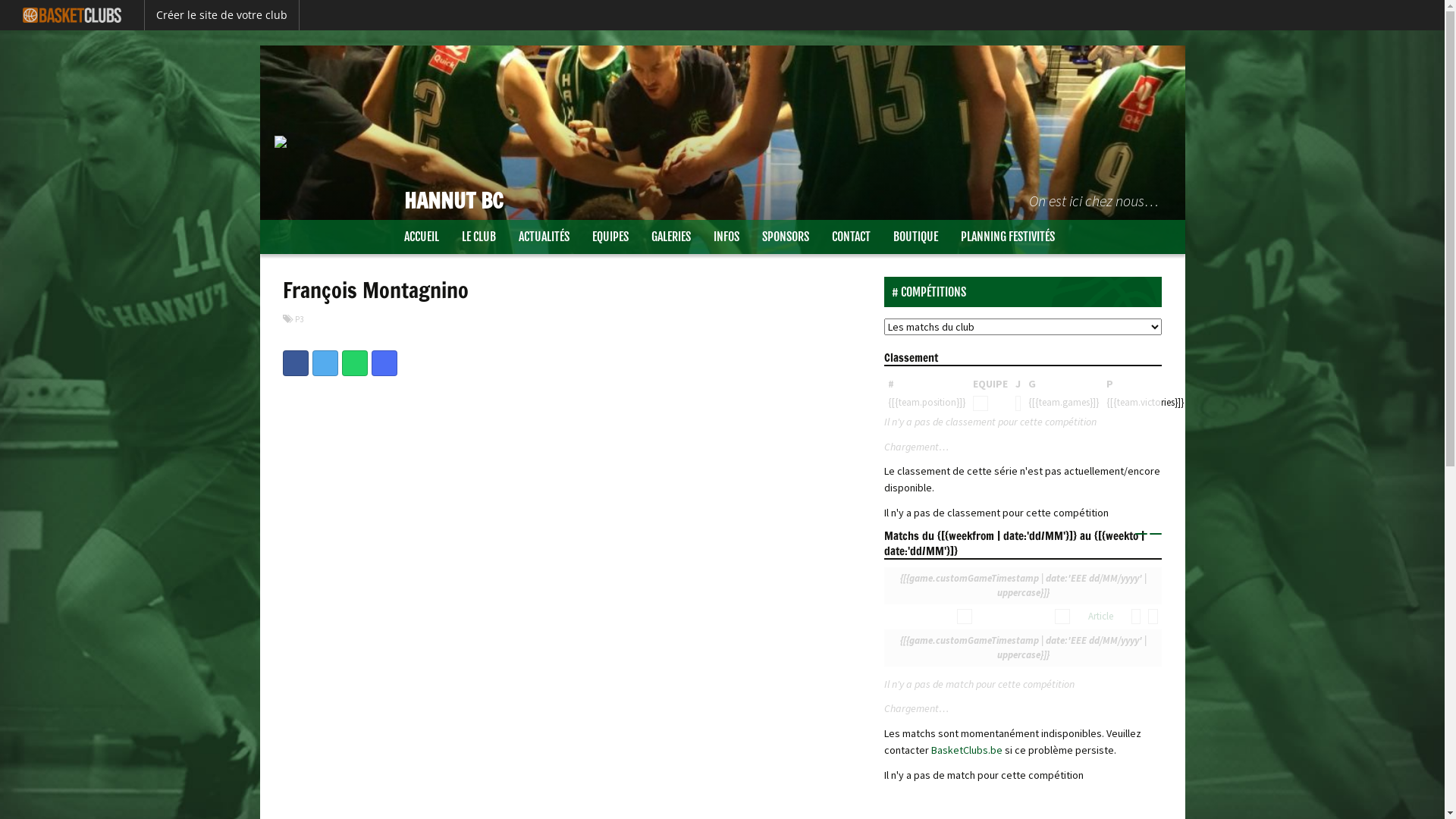 This screenshot has width=1456, height=819. Describe the element at coordinates (726, 237) in the screenshot. I see `'INFOS'` at that location.